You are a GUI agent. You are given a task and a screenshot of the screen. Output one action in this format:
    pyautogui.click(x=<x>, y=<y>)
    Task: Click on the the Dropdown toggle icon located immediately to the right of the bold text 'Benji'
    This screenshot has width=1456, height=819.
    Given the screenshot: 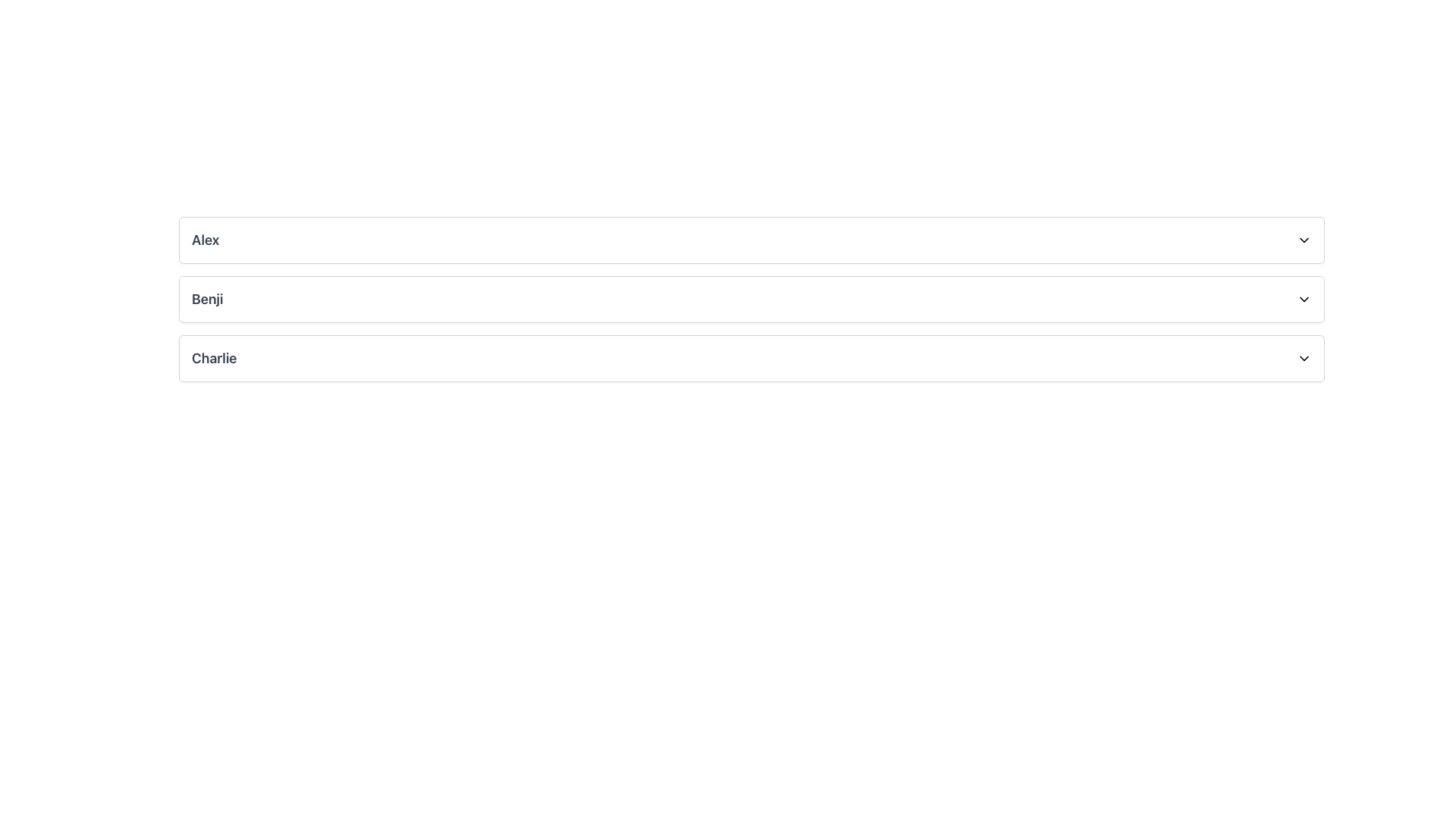 What is the action you would take?
    pyautogui.click(x=1303, y=299)
    